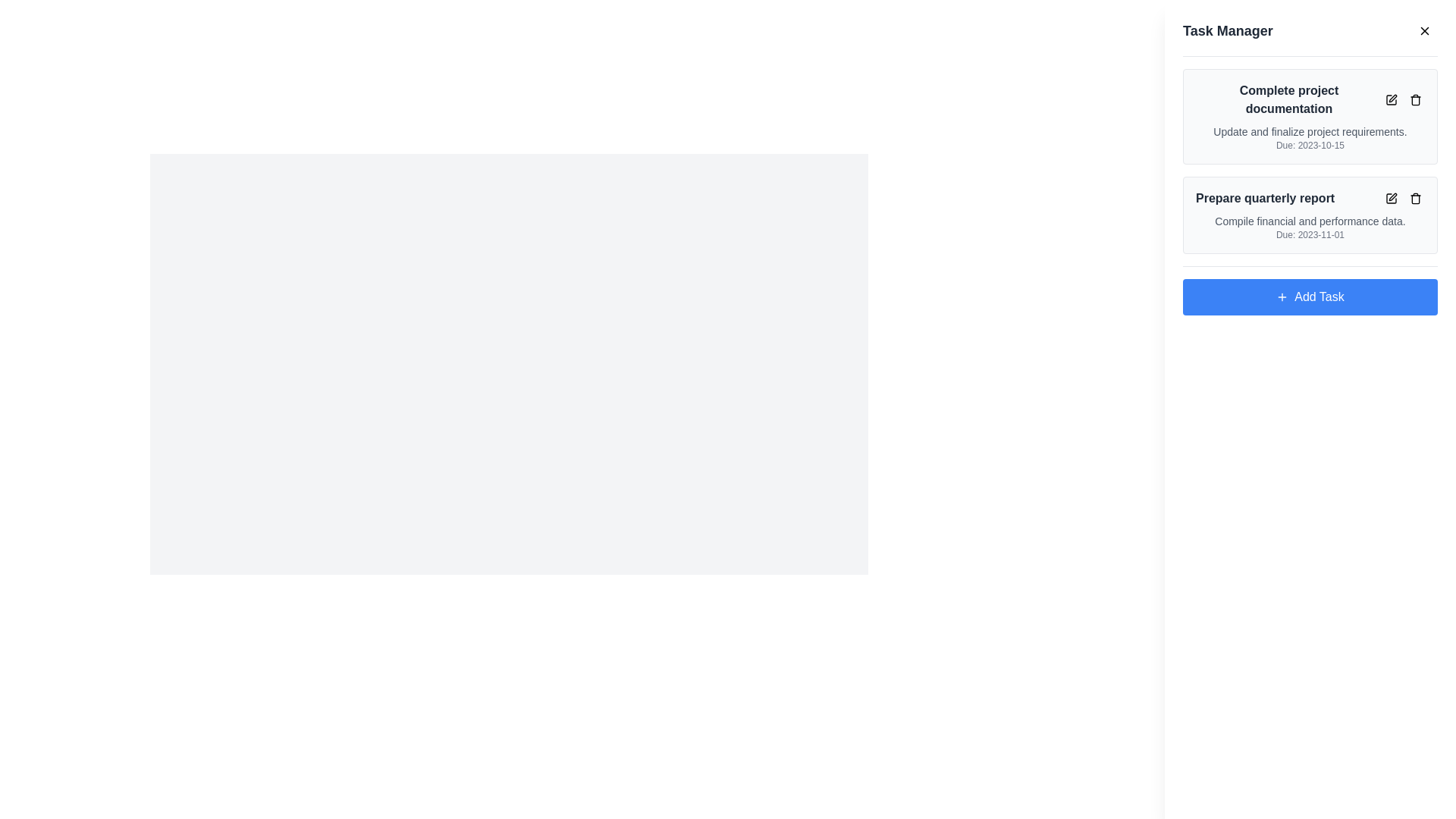  Describe the element at coordinates (1310, 161) in the screenshot. I see `the first List item in the task management interface` at that location.